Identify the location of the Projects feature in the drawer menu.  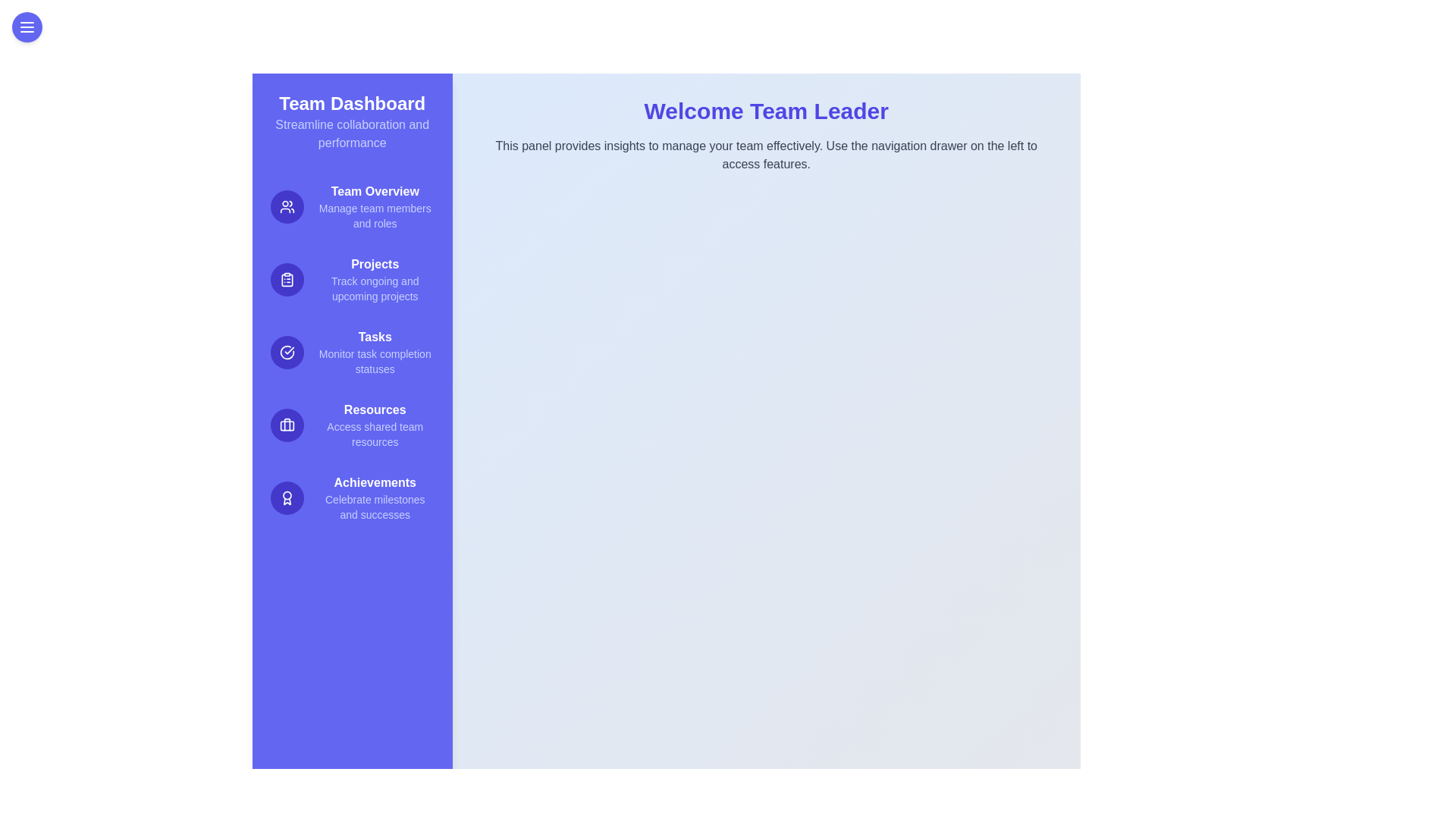
(351, 280).